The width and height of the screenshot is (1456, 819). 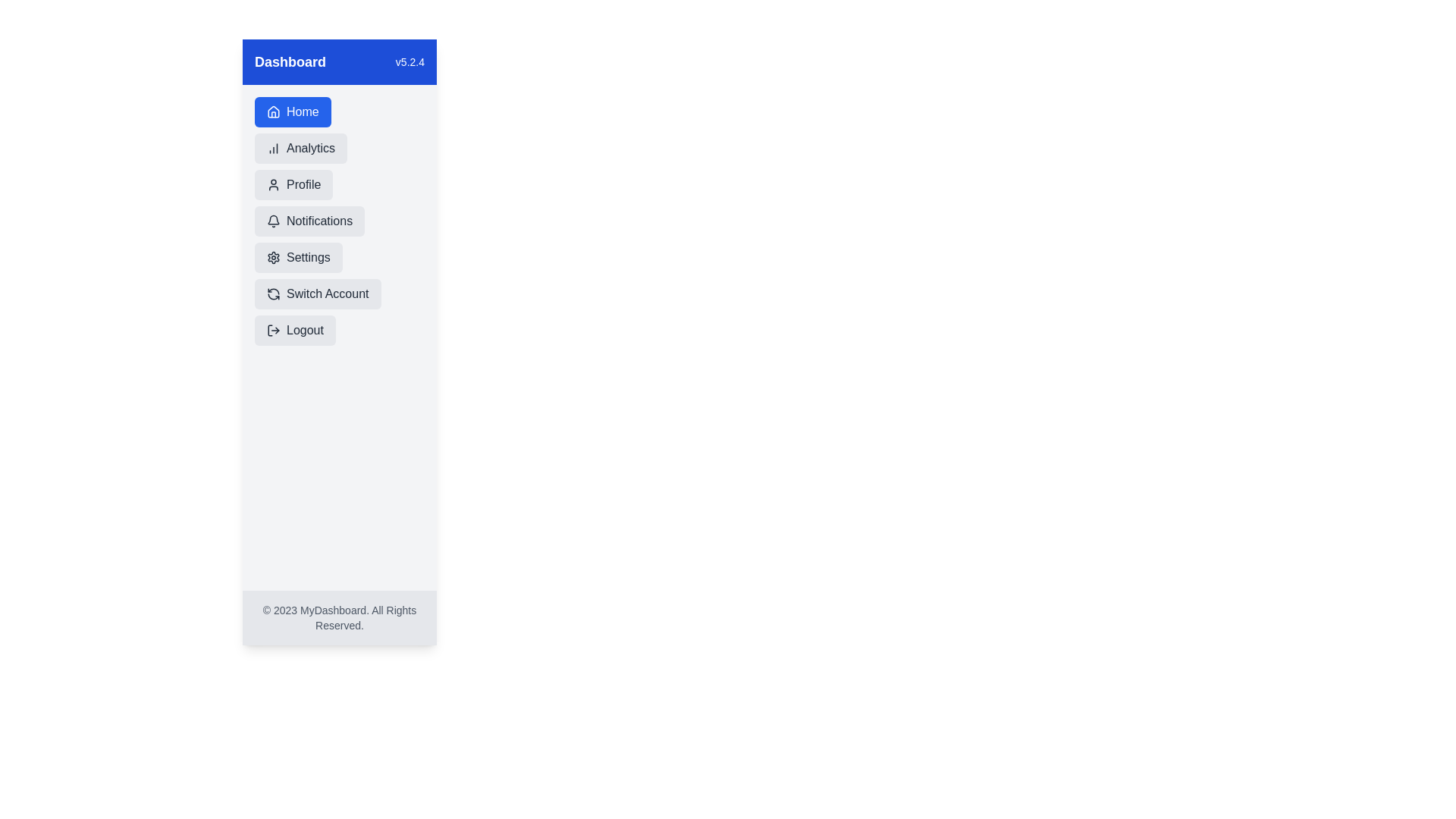 What do you see at coordinates (273, 294) in the screenshot?
I see `the circular refresh icon located to the left of the 'Switch Account' text in the vertical menu` at bounding box center [273, 294].